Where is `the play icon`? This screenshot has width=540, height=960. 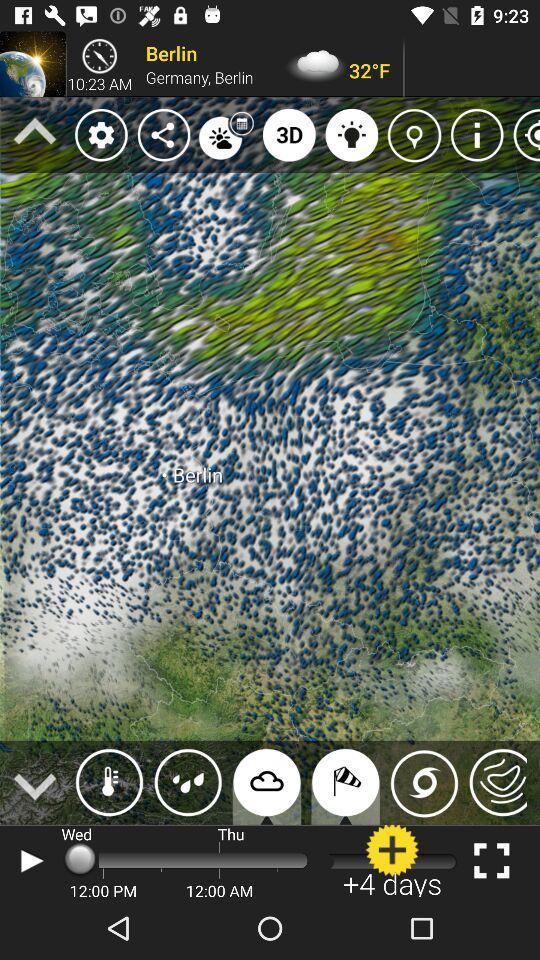
the play icon is located at coordinates (28, 859).